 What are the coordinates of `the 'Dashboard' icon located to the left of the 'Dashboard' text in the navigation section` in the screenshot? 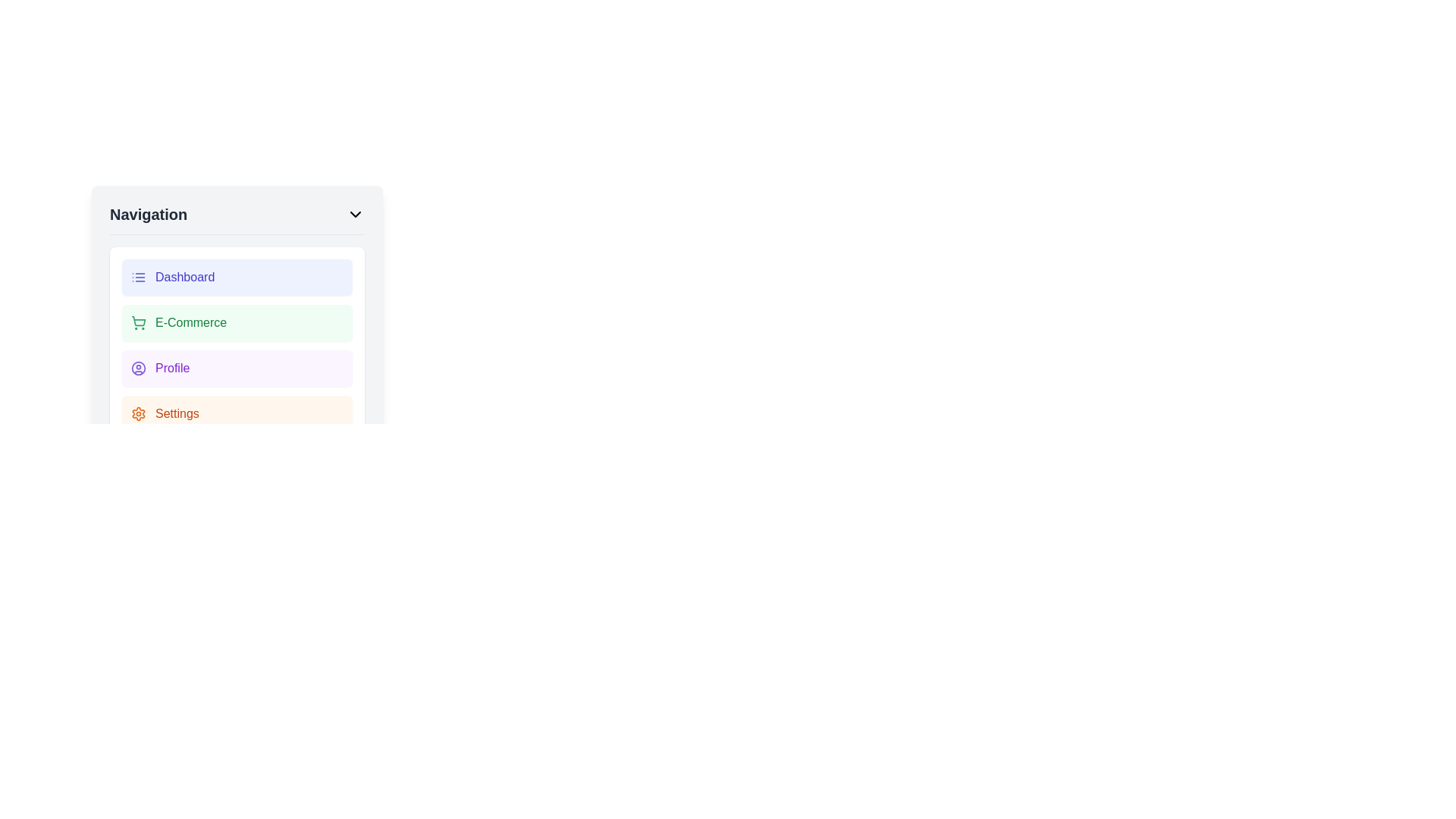 It's located at (138, 278).